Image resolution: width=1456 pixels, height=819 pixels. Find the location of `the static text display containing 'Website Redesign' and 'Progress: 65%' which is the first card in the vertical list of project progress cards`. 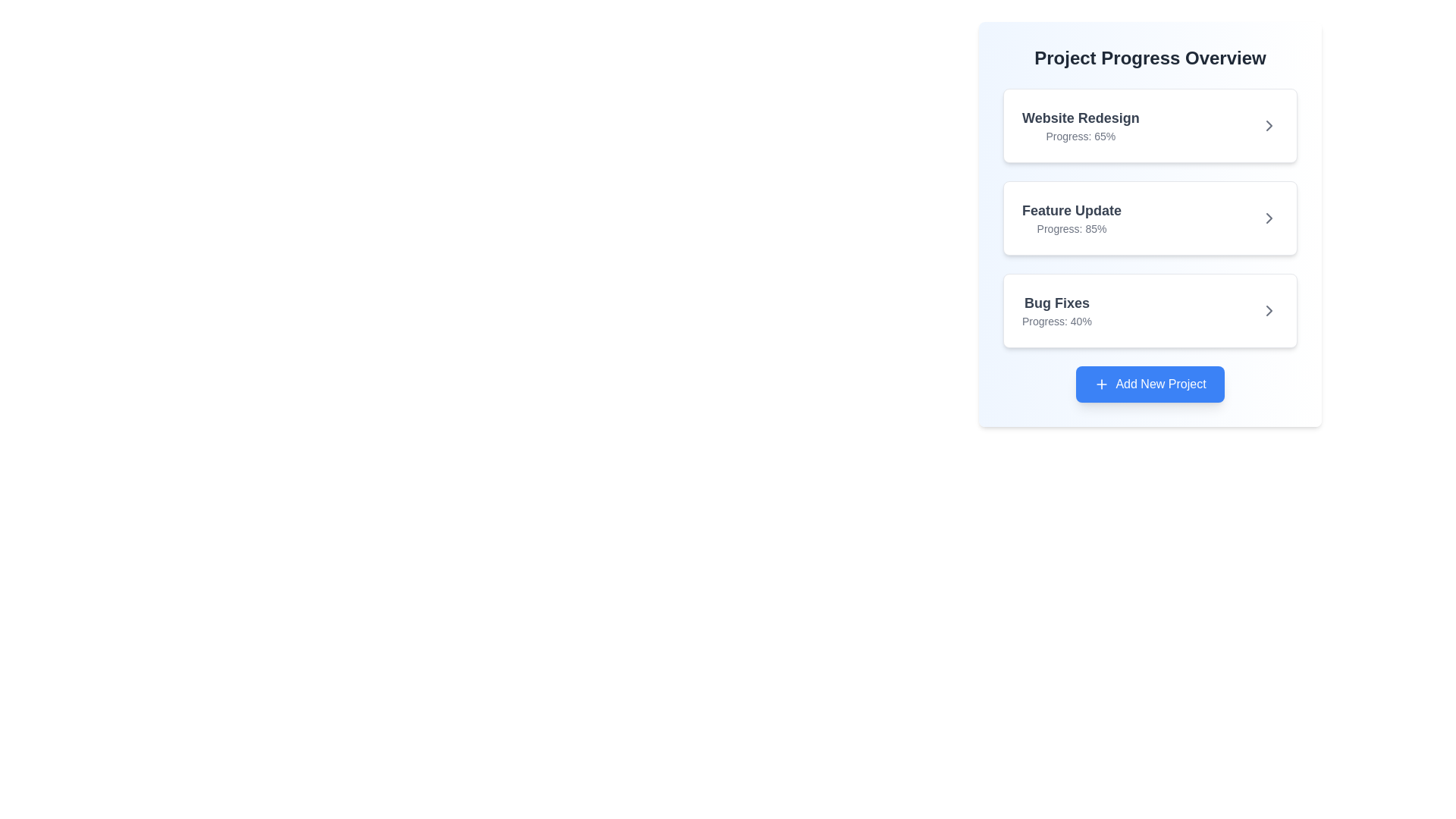

the static text display containing 'Website Redesign' and 'Progress: 65%' which is the first card in the vertical list of project progress cards is located at coordinates (1080, 124).